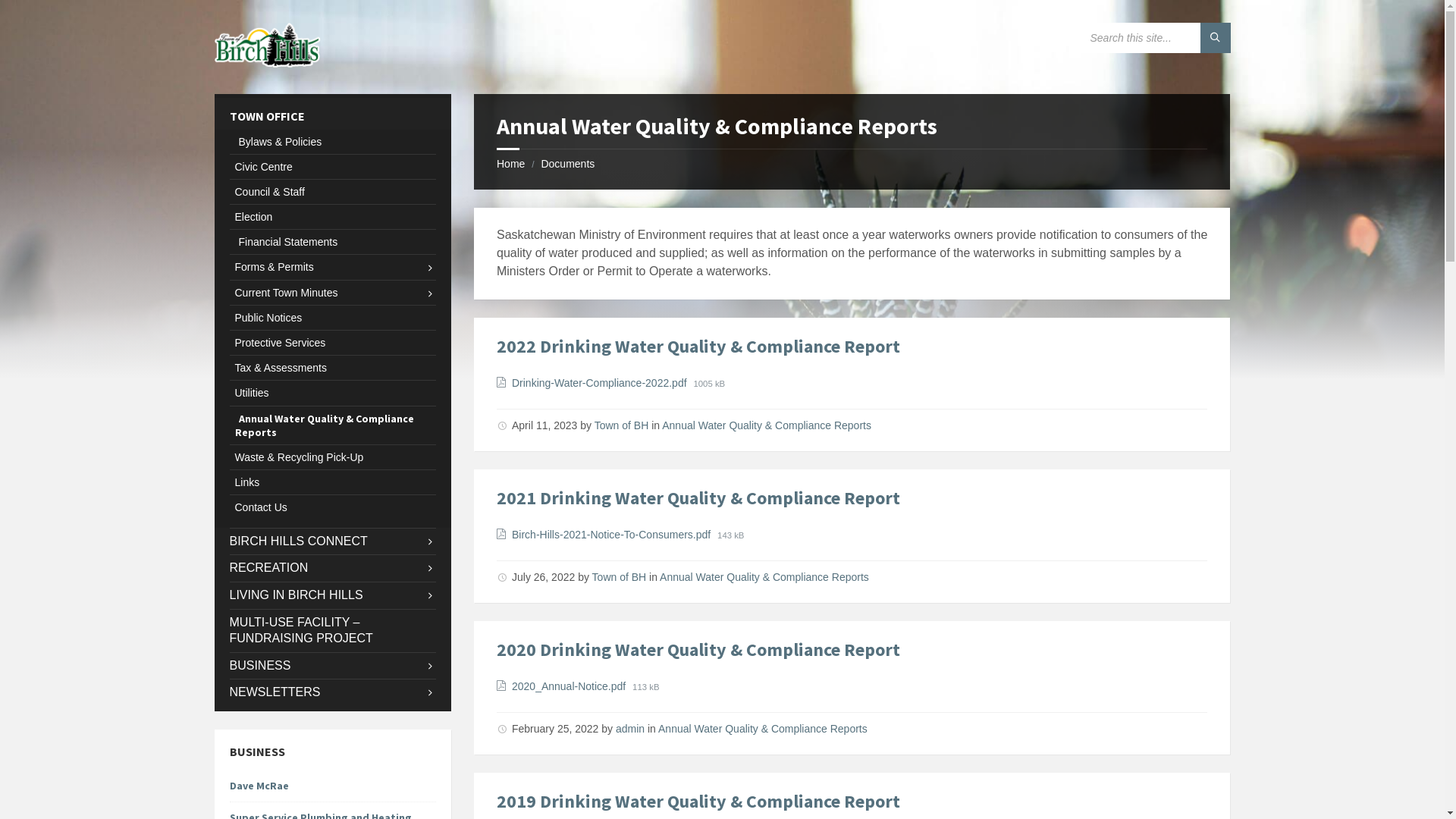 Image resolution: width=1456 pixels, height=819 pixels. Describe the element at coordinates (228, 541) in the screenshot. I see `'BIRCH HILLS CONNECT'` at that location.